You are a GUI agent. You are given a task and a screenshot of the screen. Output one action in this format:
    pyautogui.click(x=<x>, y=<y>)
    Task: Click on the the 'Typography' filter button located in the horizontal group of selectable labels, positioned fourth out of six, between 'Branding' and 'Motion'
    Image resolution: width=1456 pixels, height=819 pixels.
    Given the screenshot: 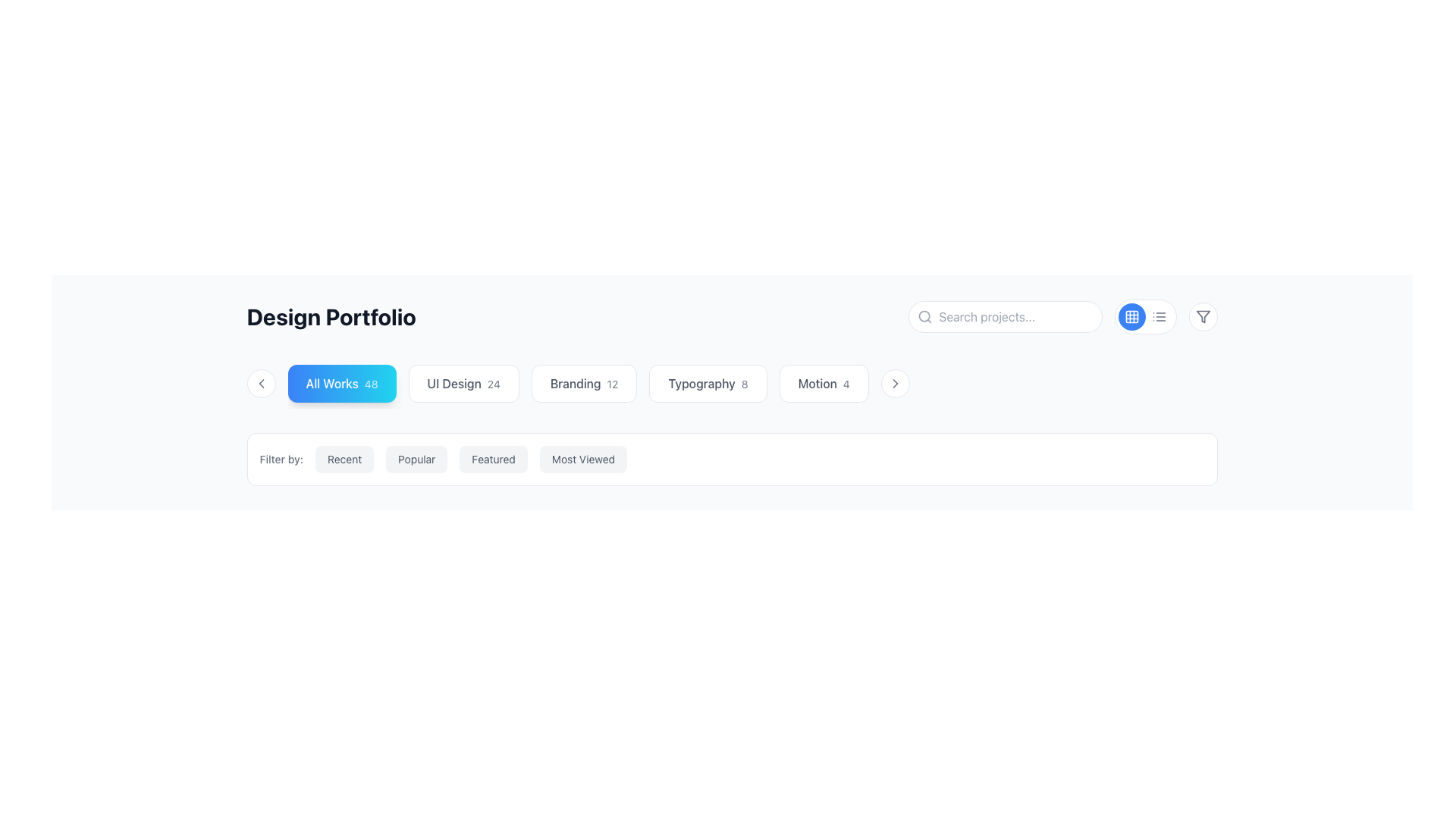 What is the action you would take?
    pyautogui.click(x=732, y=382)
    